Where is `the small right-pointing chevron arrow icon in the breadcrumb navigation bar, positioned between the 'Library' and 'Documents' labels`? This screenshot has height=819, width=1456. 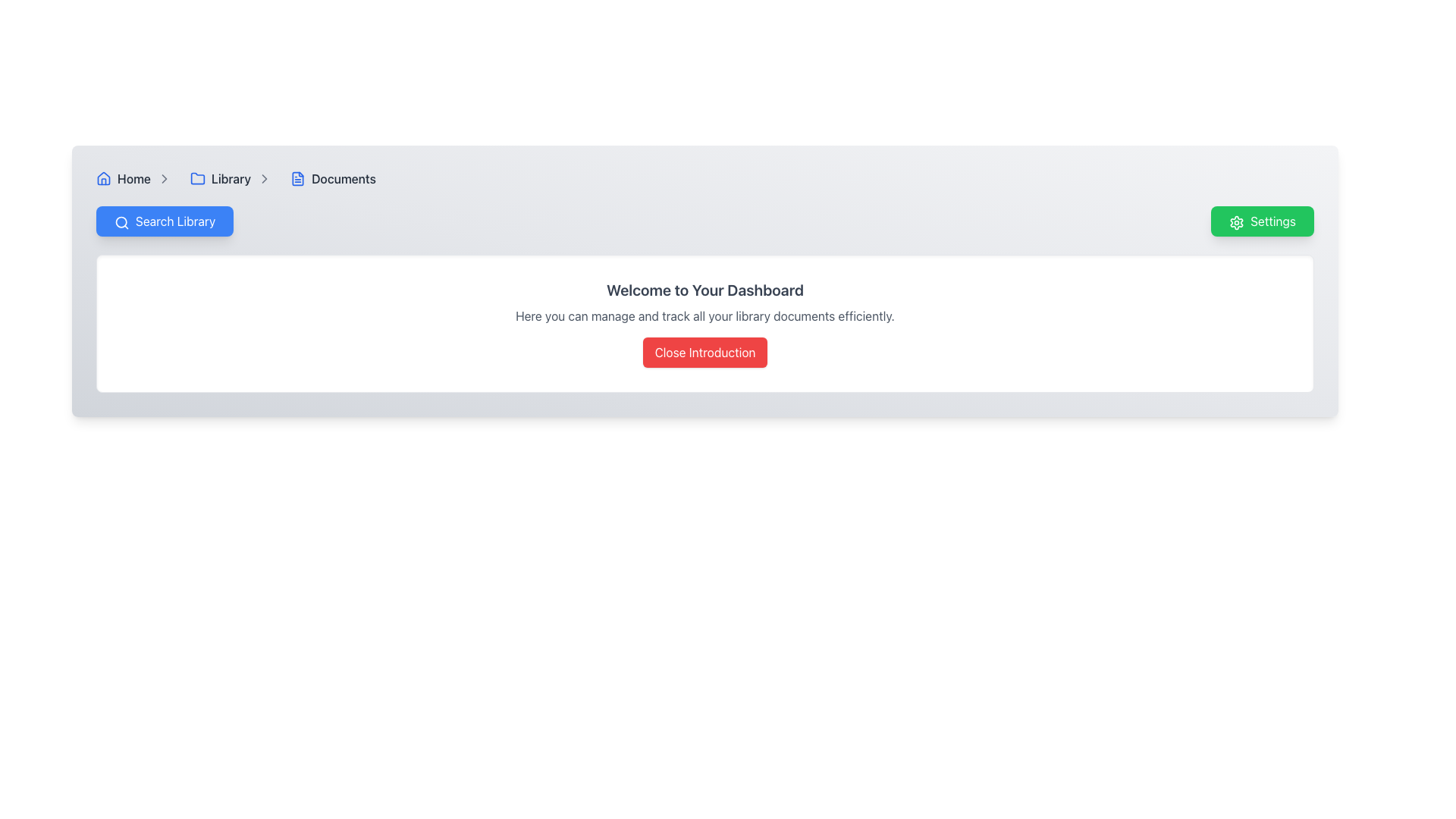 the small right-pointing chevron arrow icon in the breadcrumb navigation bar, positioned between the 'Library' and 'Documents' labels is located at coordinates (164, 177).